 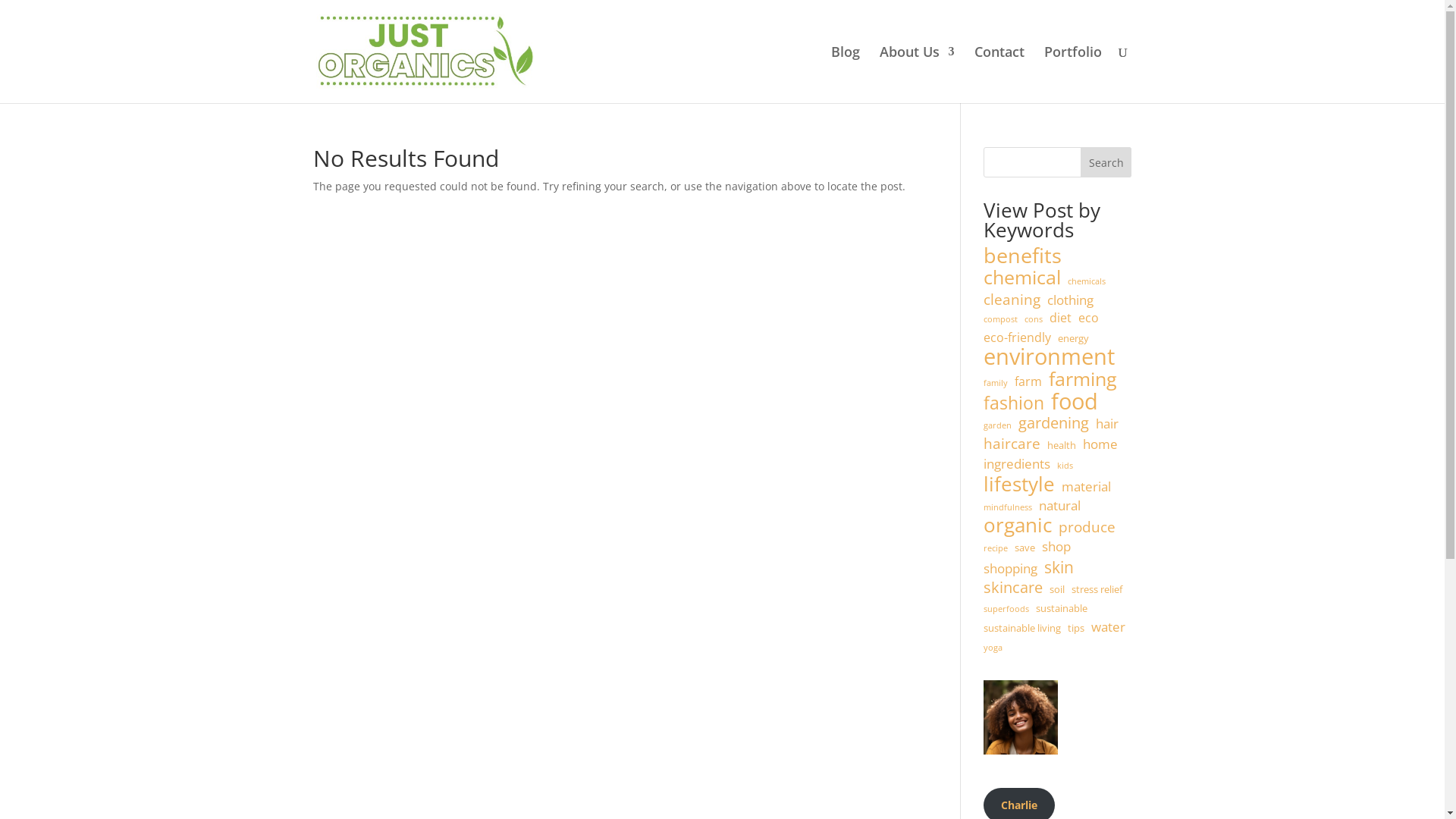 What do you see at coordinates (1006, 608) in the screenshot?
I see `'superfoods'` at bounding box center [1006, 608].